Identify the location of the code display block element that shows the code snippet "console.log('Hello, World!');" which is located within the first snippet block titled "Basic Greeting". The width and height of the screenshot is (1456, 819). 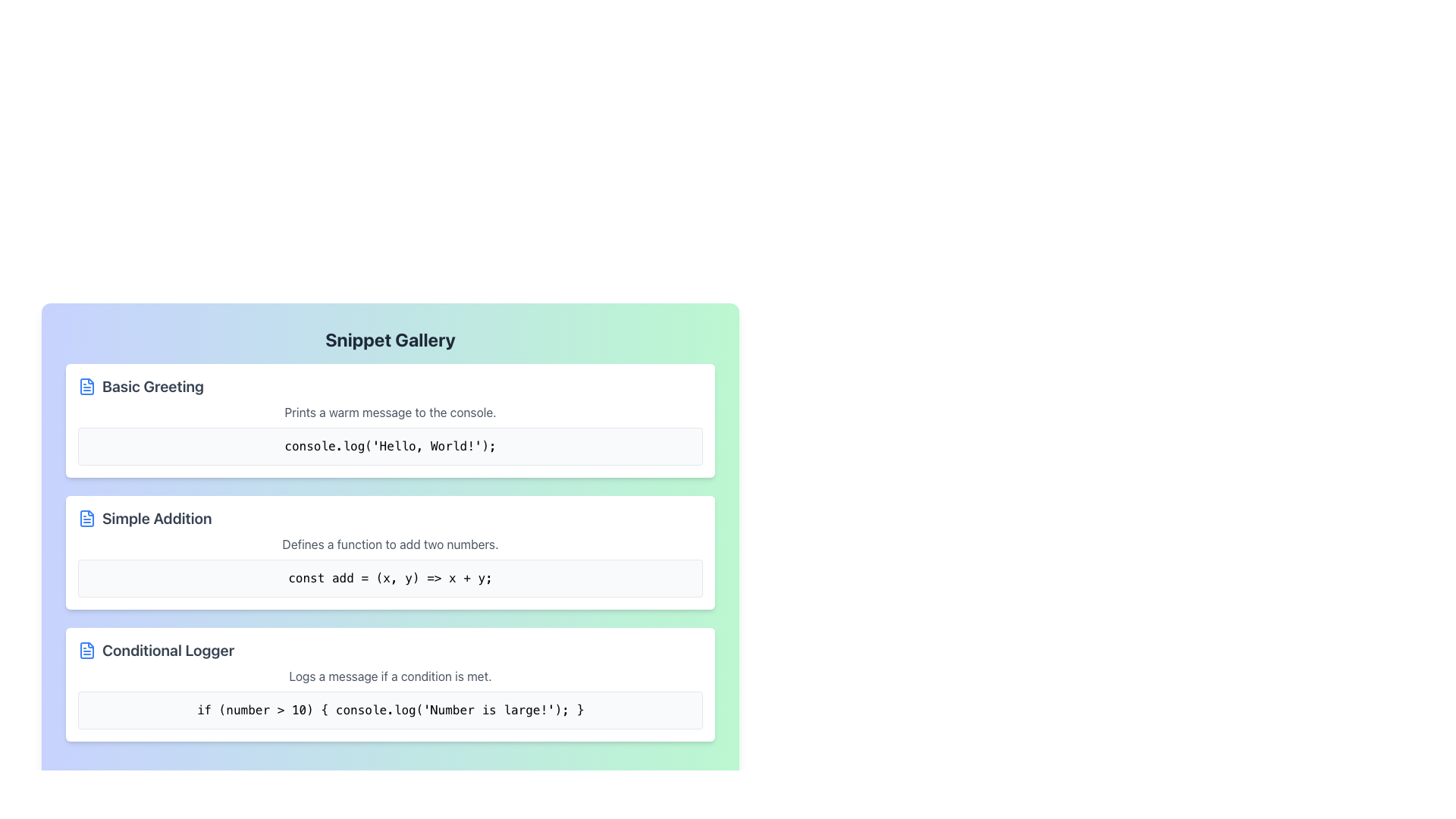
(390, 445).